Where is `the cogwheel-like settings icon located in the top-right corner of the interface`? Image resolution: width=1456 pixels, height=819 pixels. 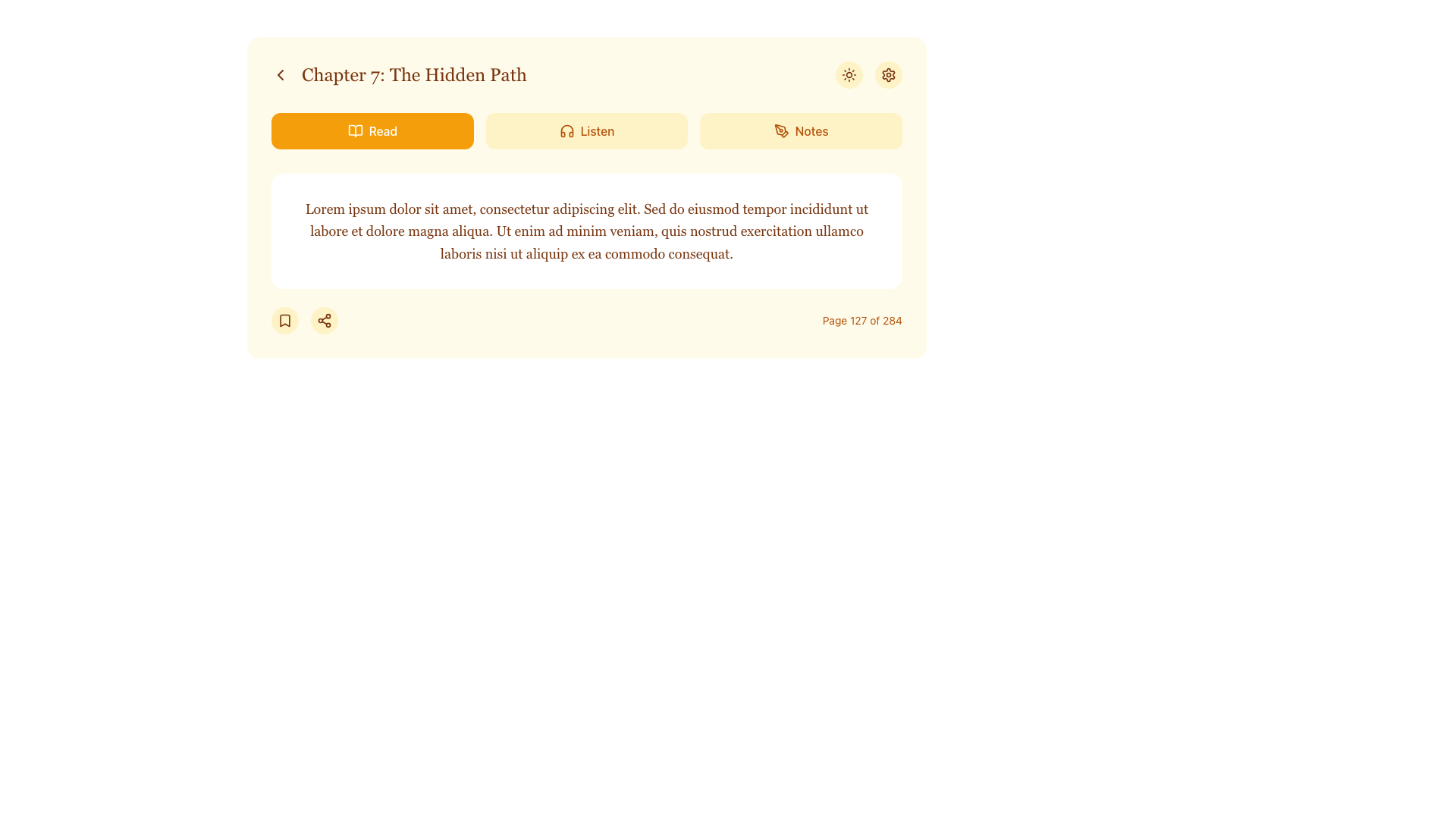
the cogwheel-like settings icon located in the top-right corner of the interface is located at coordinates (888, 75).